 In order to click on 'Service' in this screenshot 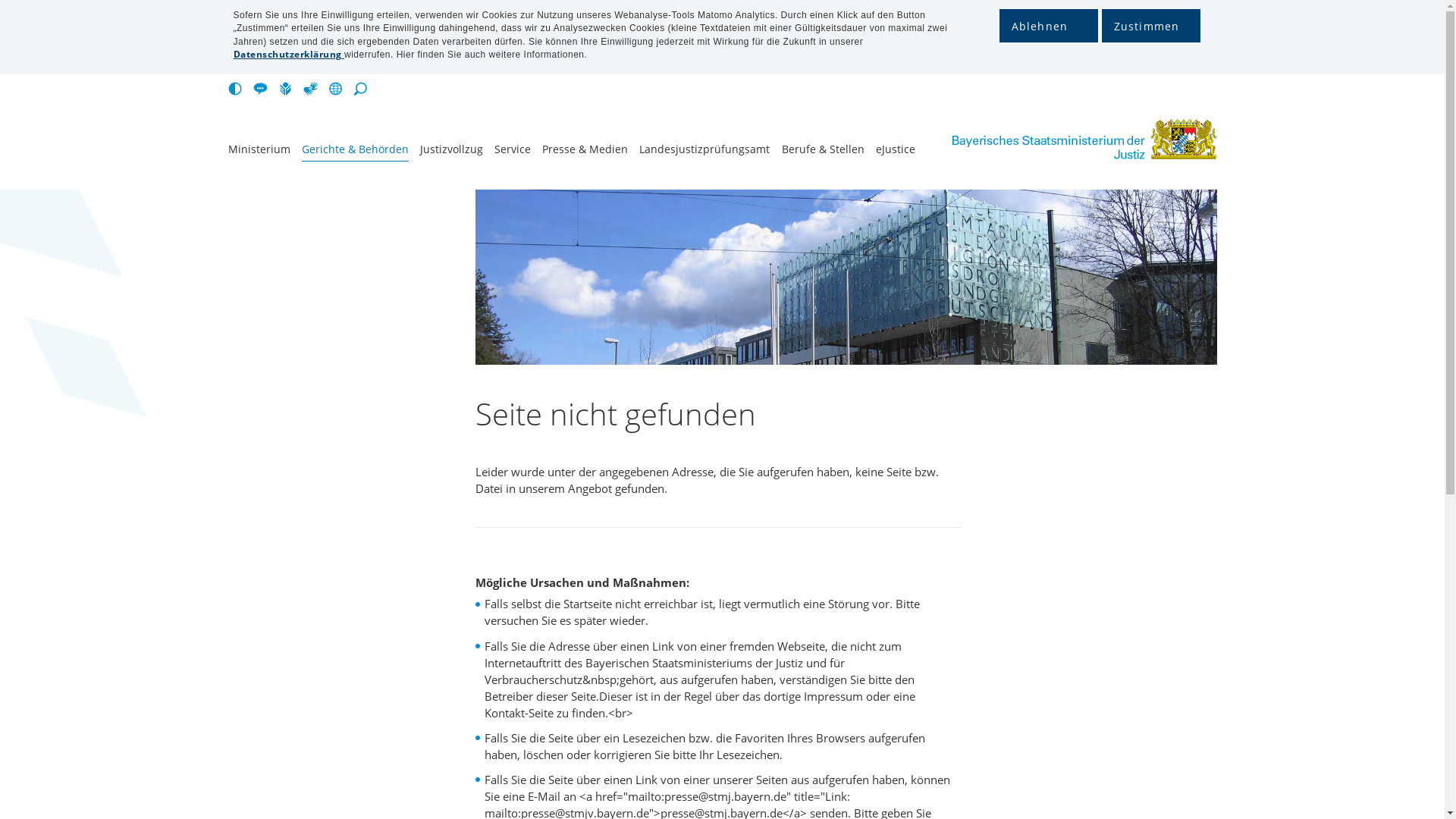, I will do `click(494, 152)`.